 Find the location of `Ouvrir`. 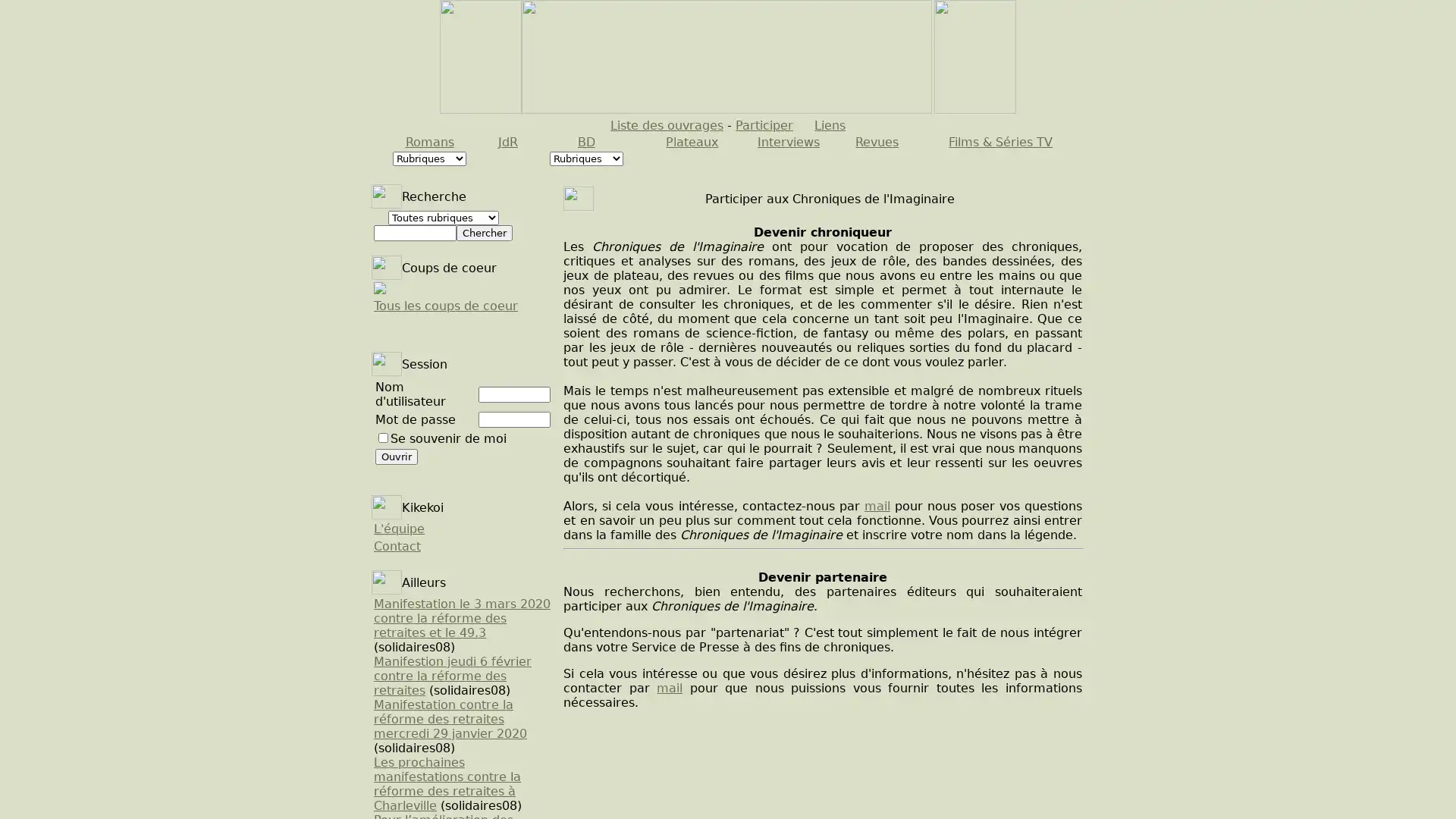

Ouvrir is located at coordinates (397, 456).